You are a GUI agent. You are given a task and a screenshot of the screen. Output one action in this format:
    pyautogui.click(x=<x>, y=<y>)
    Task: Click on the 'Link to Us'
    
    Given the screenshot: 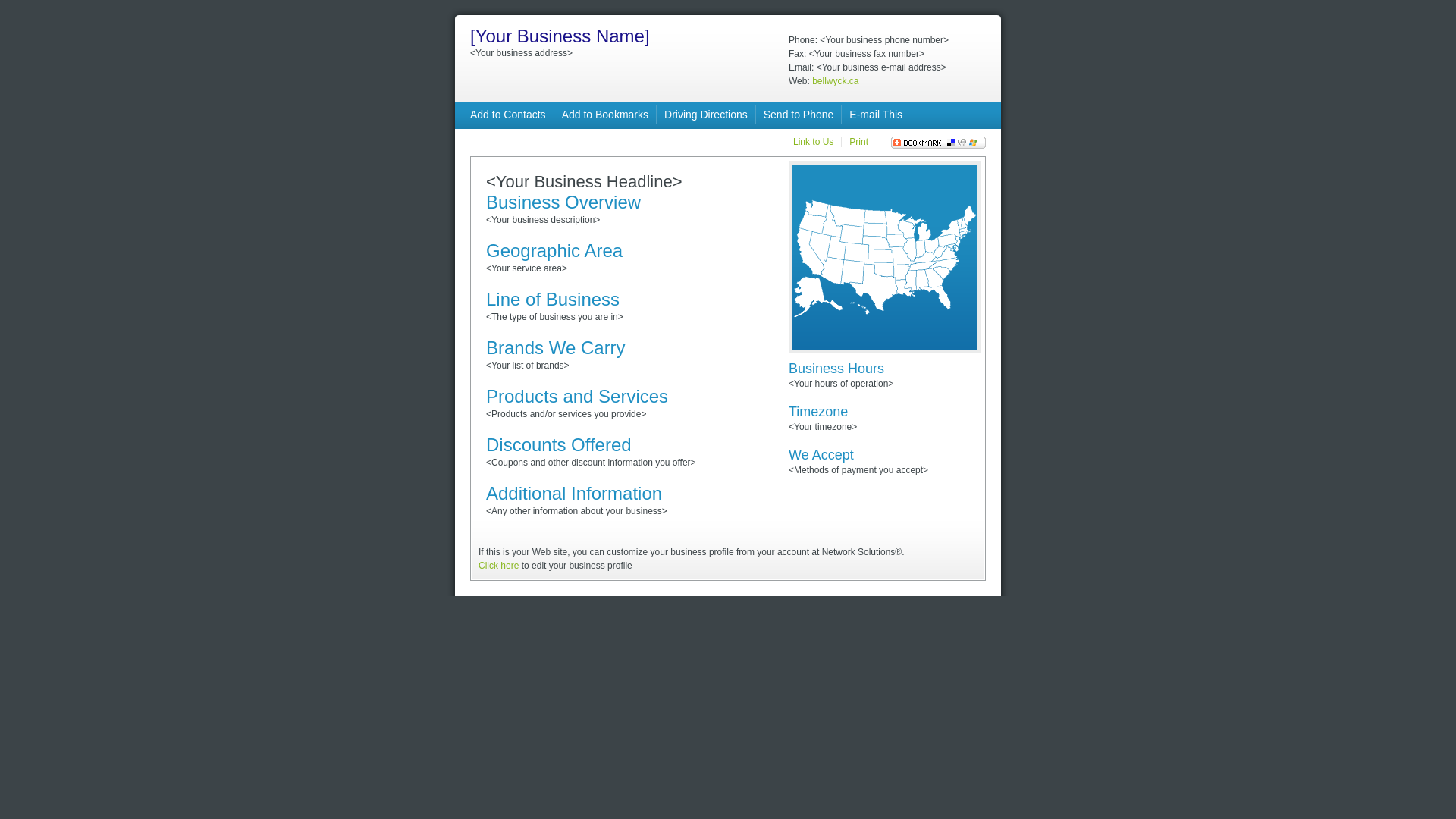 What is the action you would take?
    pyautogui.click(x=792, y=141)
    